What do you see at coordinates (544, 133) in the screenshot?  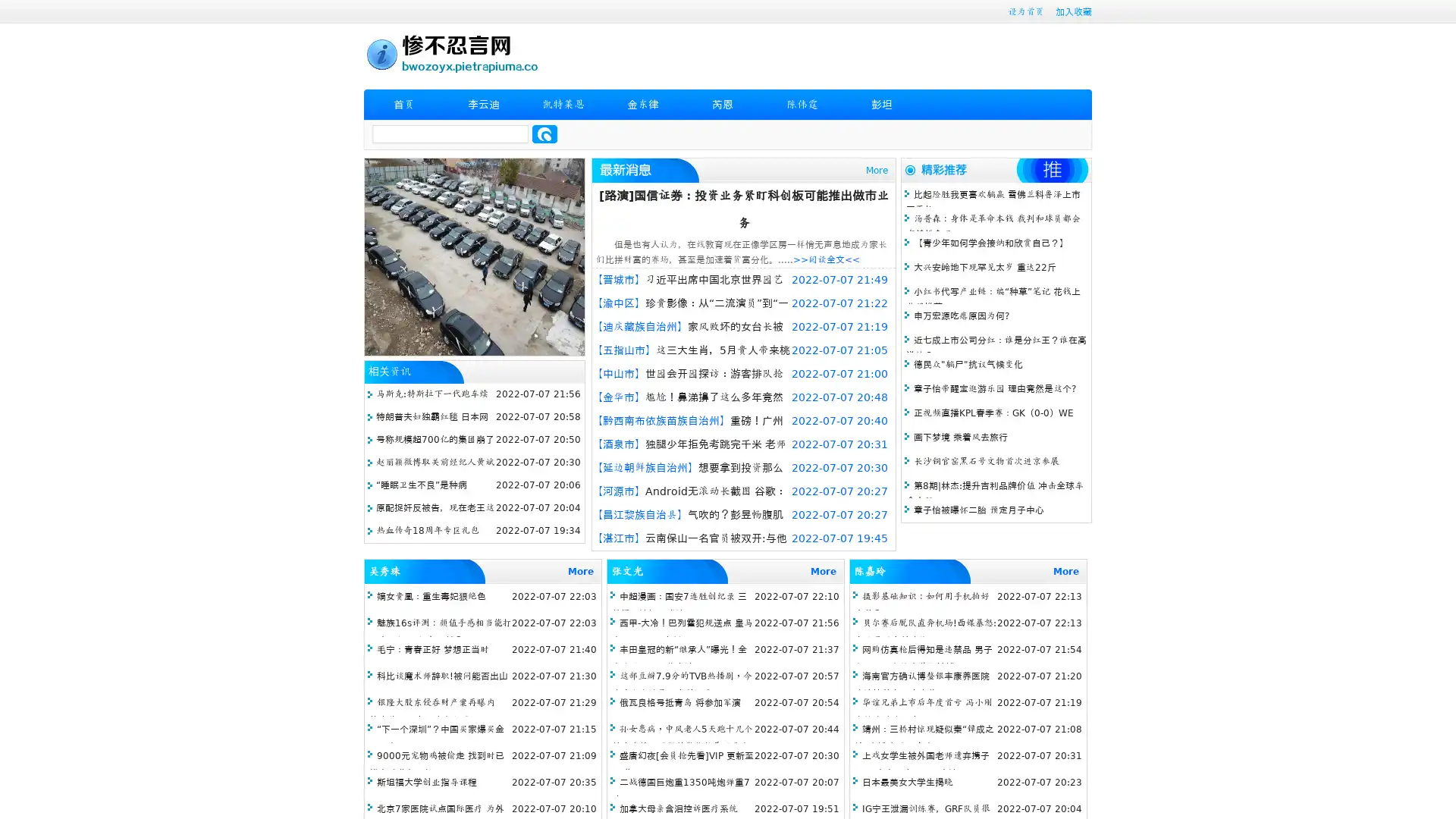 I see `Search` at bounding box center [544, 133].